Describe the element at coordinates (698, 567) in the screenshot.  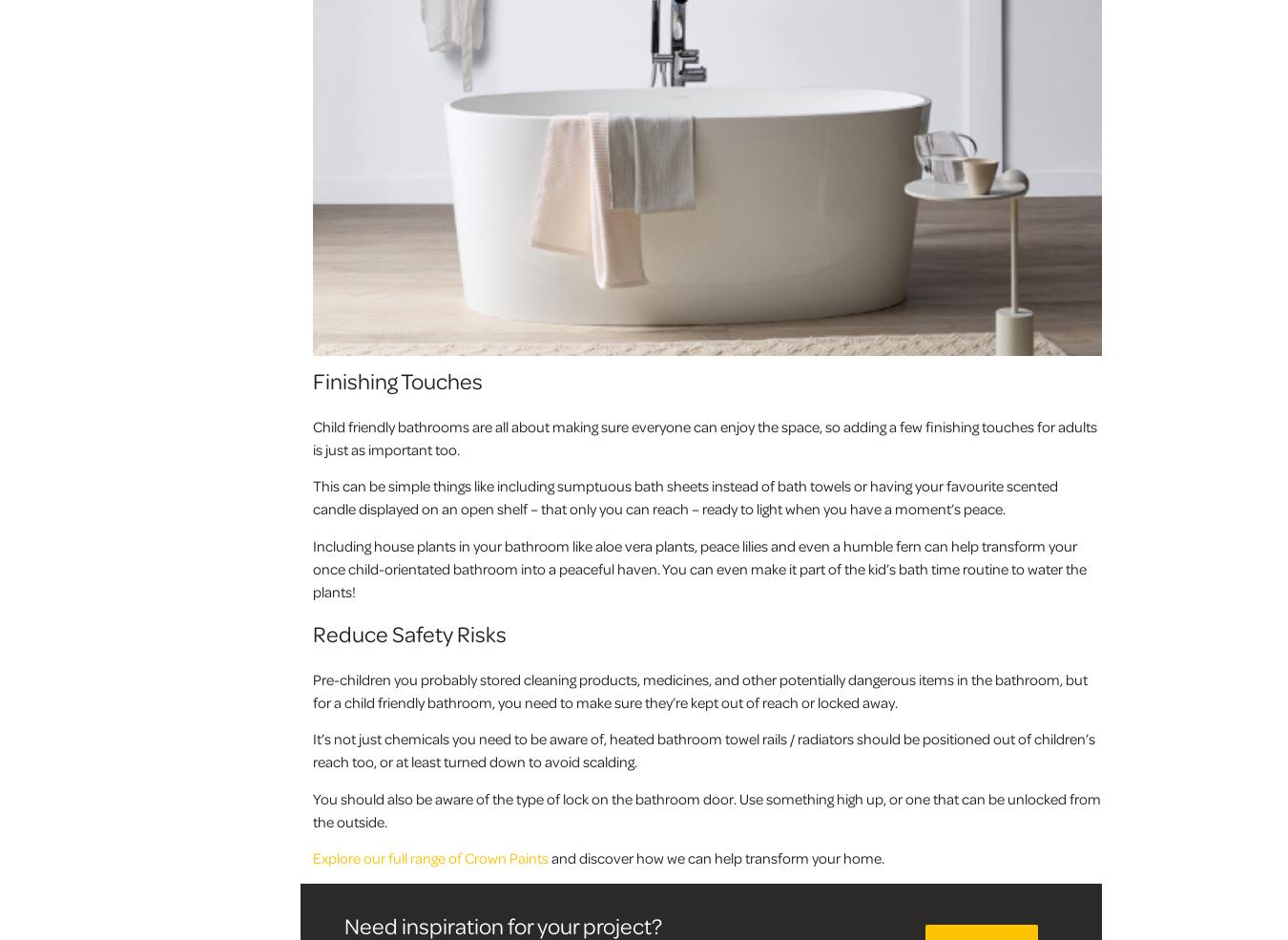
I see `'Including house plants in your bathroom like aloe vera plants, peace lilies and even a humble fern can help transform your once child-orientated bathroom into a peaceful haven. You can even make it part of the kid’s bath time routine to water the plants!'` at that location.